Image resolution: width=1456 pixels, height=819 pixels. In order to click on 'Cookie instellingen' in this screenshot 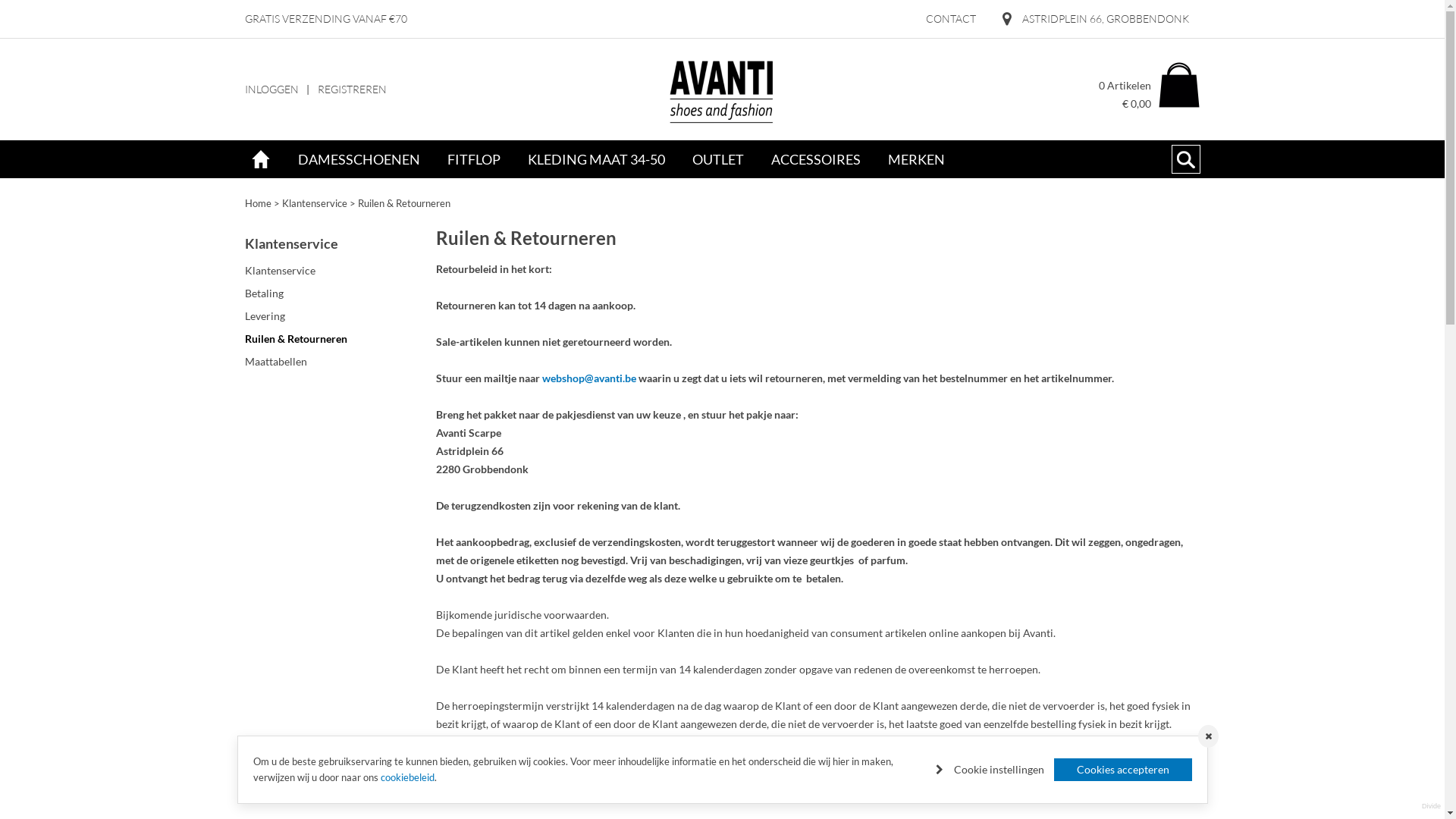, I will do `click(990, 769)`.